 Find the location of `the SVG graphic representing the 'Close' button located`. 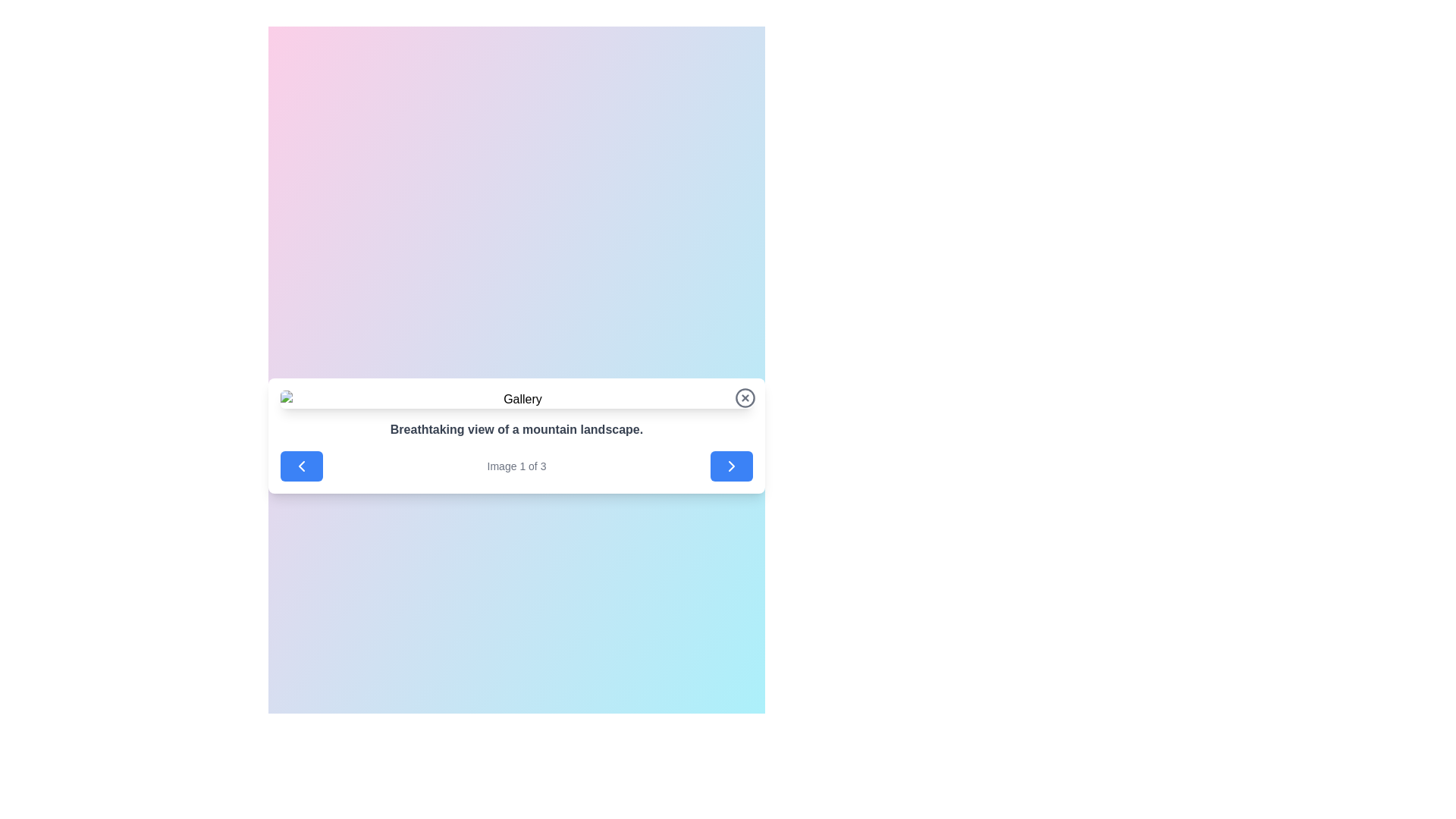

the SVG graphic representing the 'Close' button located is located at coordinates (745, 397).